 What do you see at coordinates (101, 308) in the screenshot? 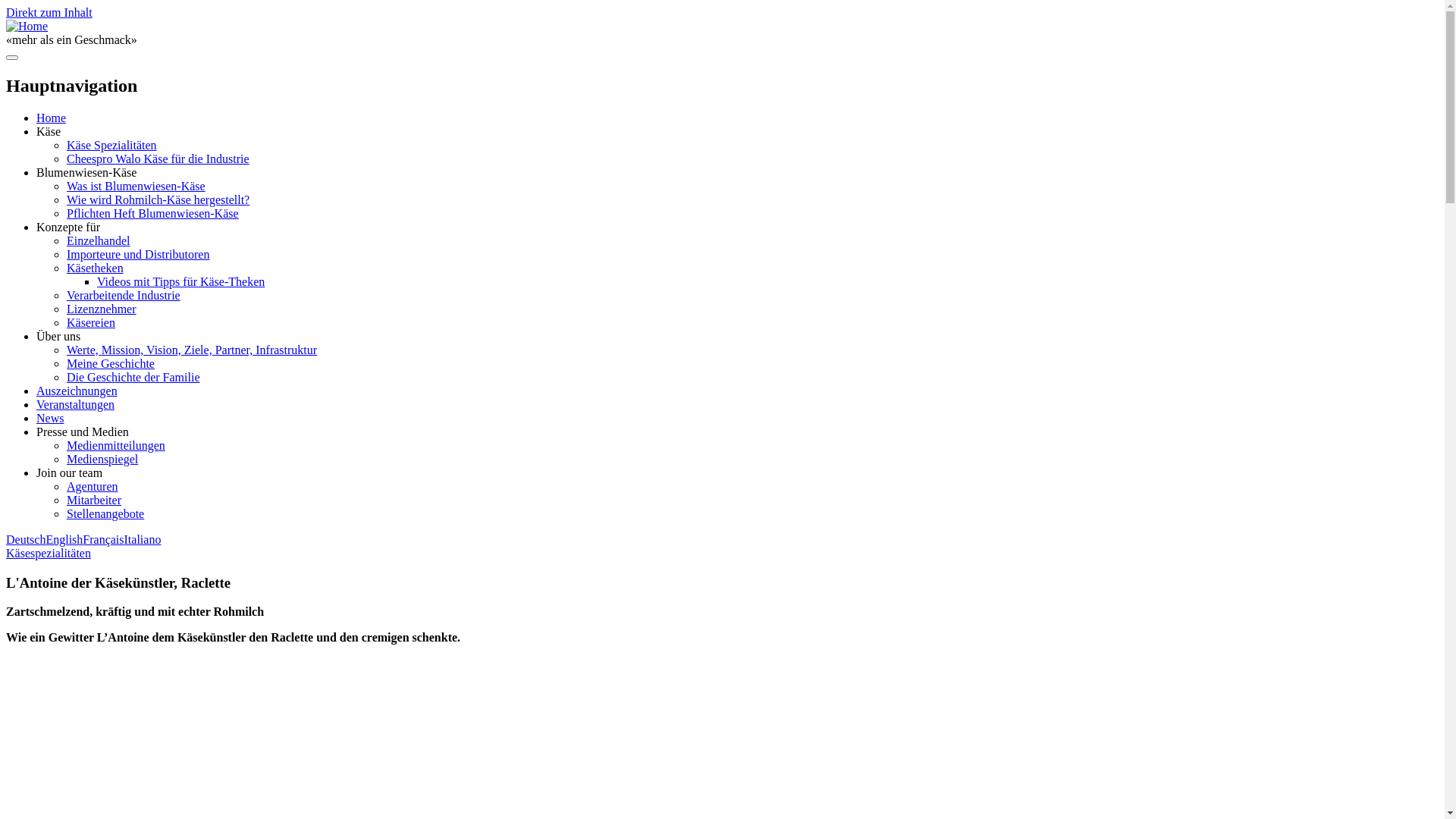
I see `'Lizenznehmer'` at bounding box center [101, 308].